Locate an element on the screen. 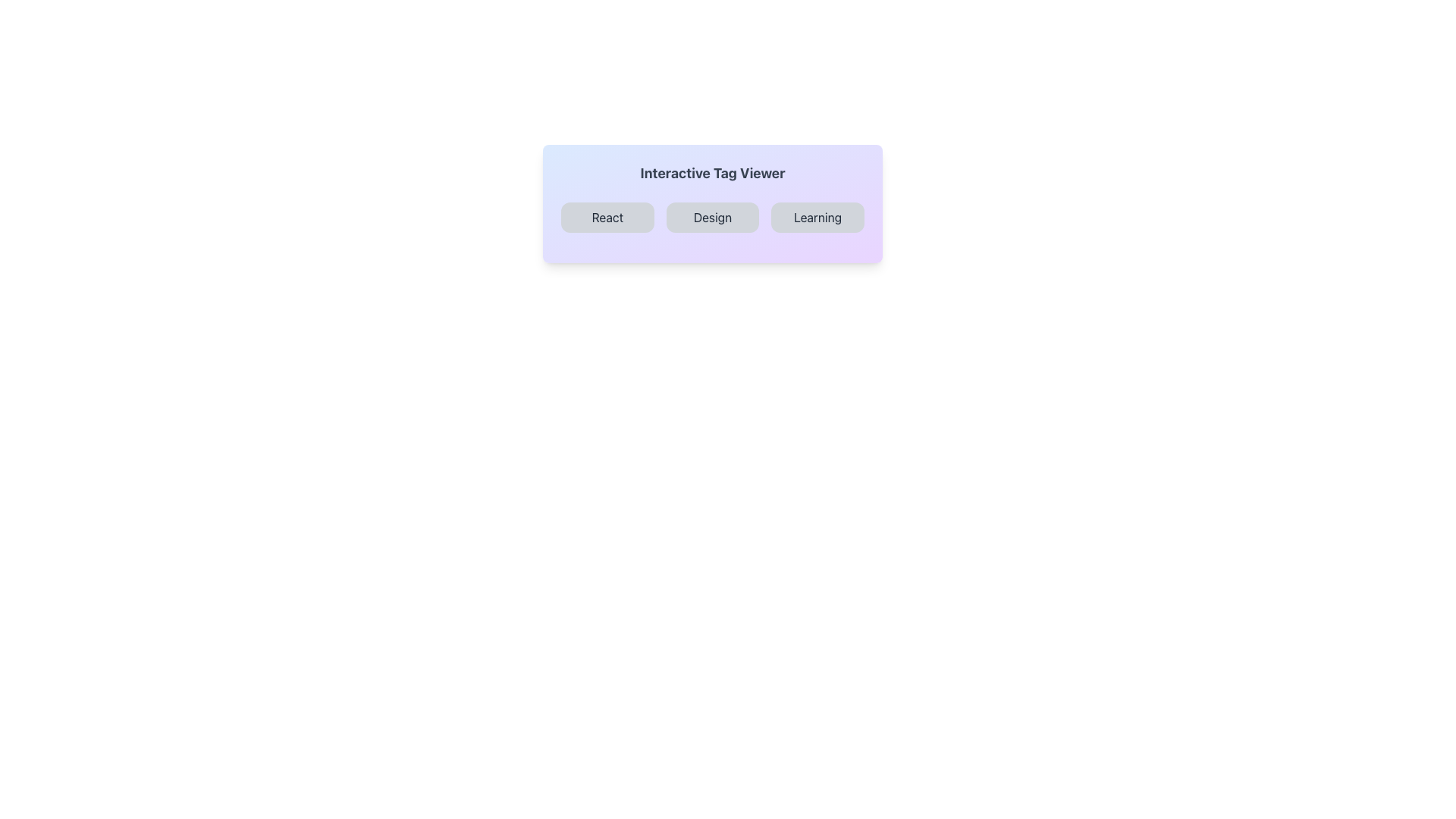 The width and height of the screenshot is (1456, 819). the 'Design' button is located at coordinates (712, 217).